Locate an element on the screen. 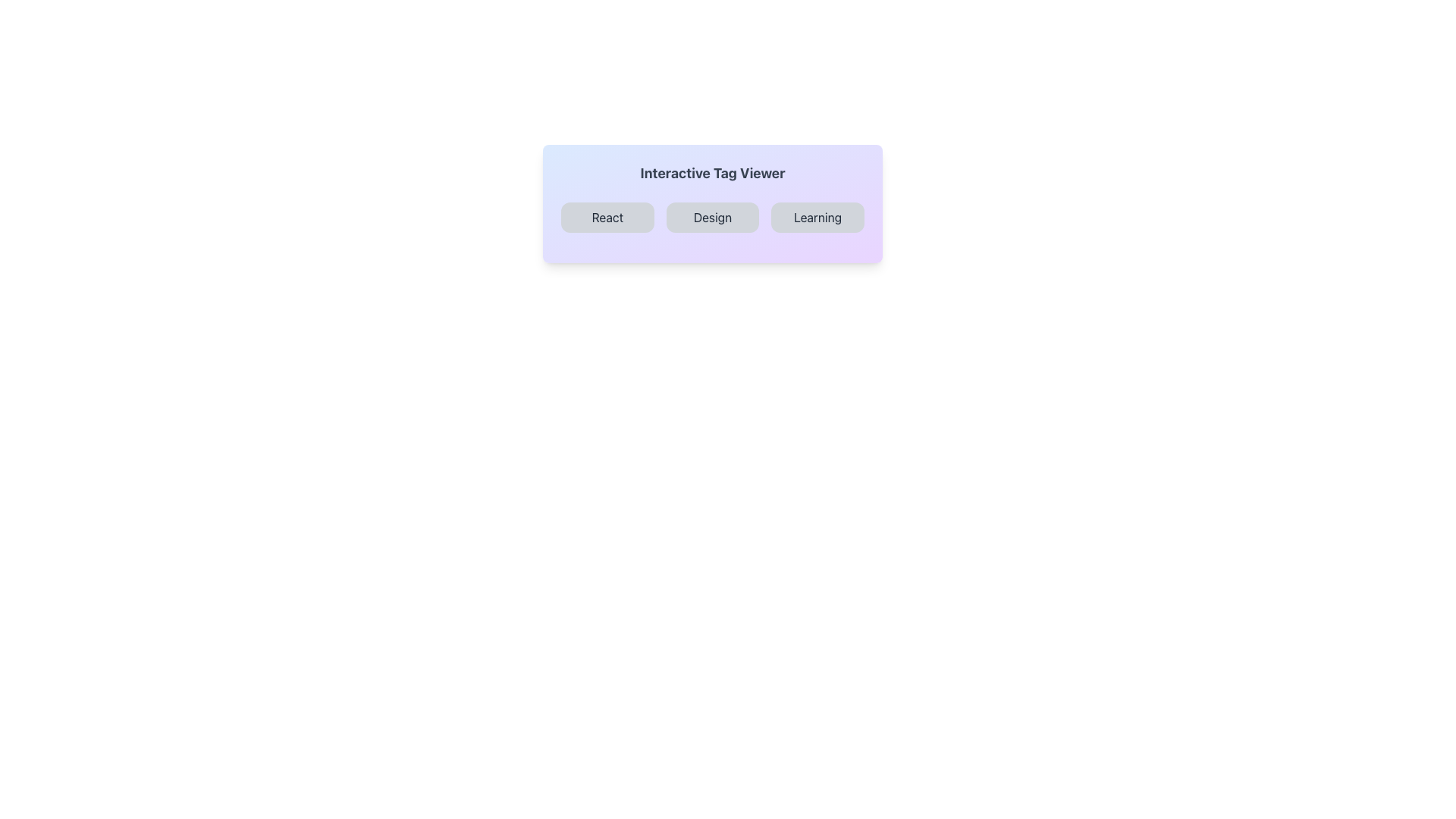 The width and height of the screenshot is (1456, 819). the 'Design' button is located at coordinates (712, 217).